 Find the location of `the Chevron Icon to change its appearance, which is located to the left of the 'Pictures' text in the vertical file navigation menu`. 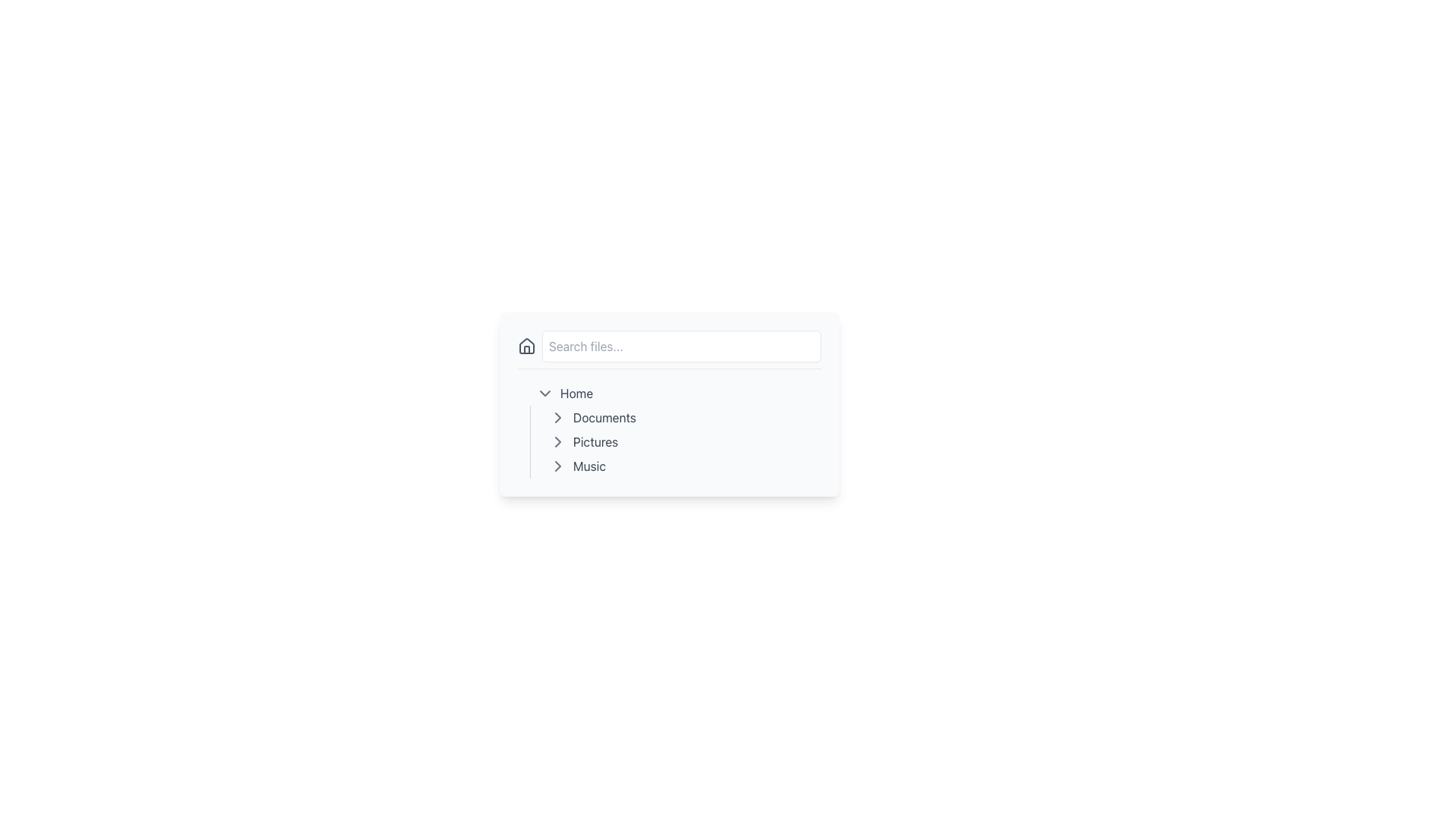

the Chevron Icon to change its appearance, which is located to the left of the 'Pictures' text in the vertical file navigation menu is located at coordinates (557, 441).